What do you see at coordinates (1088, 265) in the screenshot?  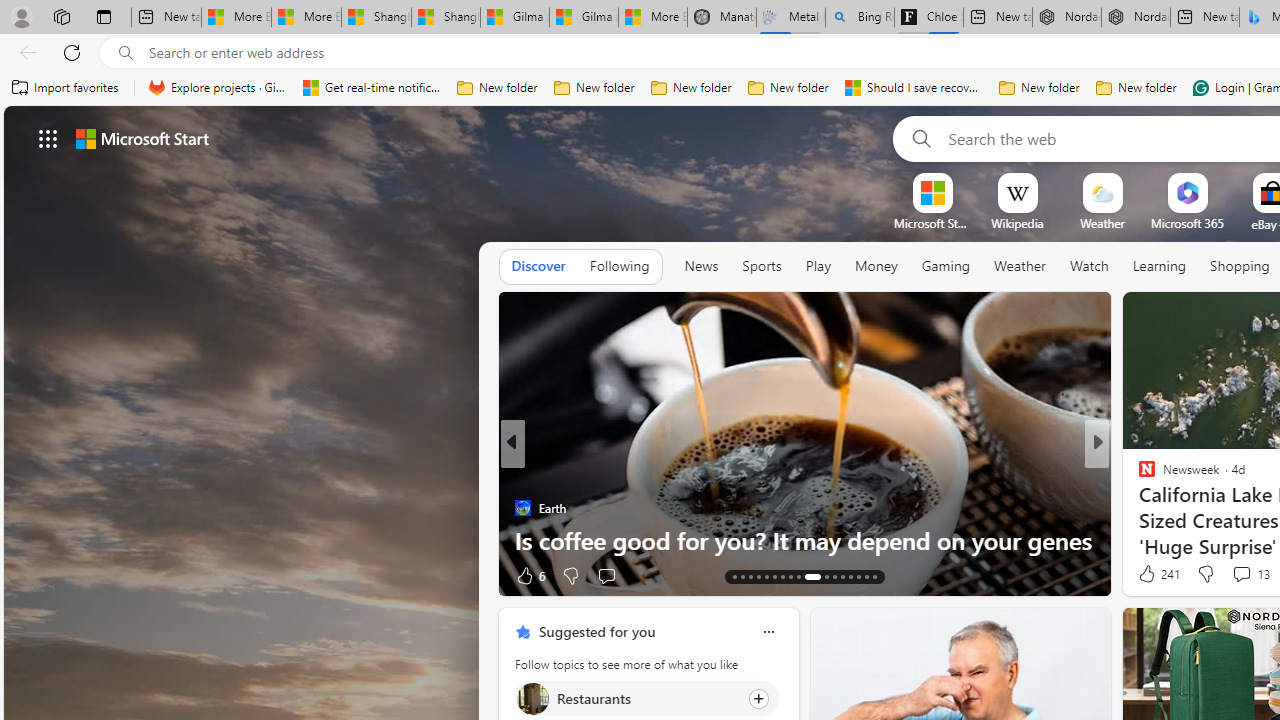 I see `'Watch'` at bounding box center [1088, 265].